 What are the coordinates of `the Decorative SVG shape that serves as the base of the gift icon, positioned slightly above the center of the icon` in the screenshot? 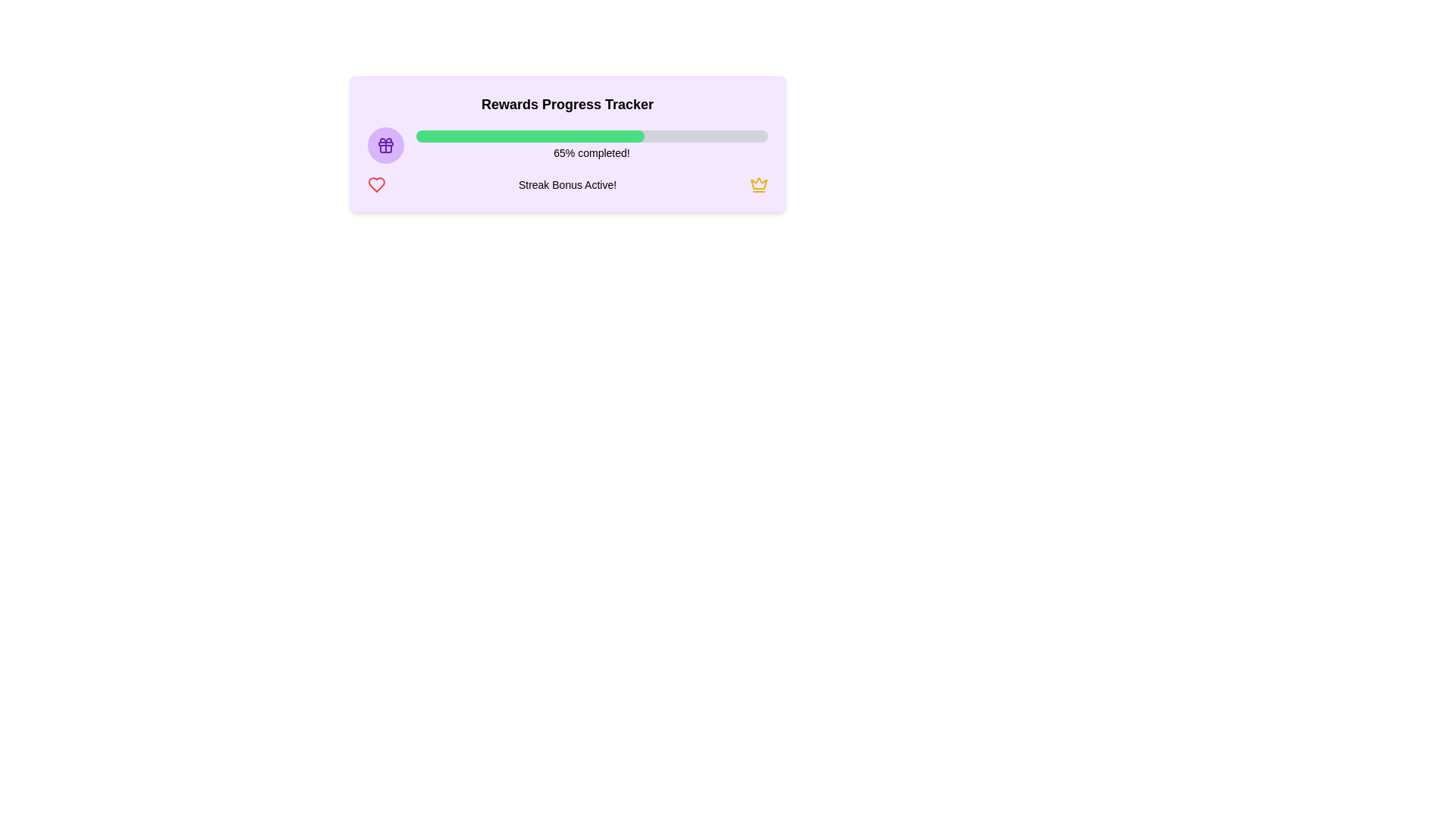 It's located at (385, 143).